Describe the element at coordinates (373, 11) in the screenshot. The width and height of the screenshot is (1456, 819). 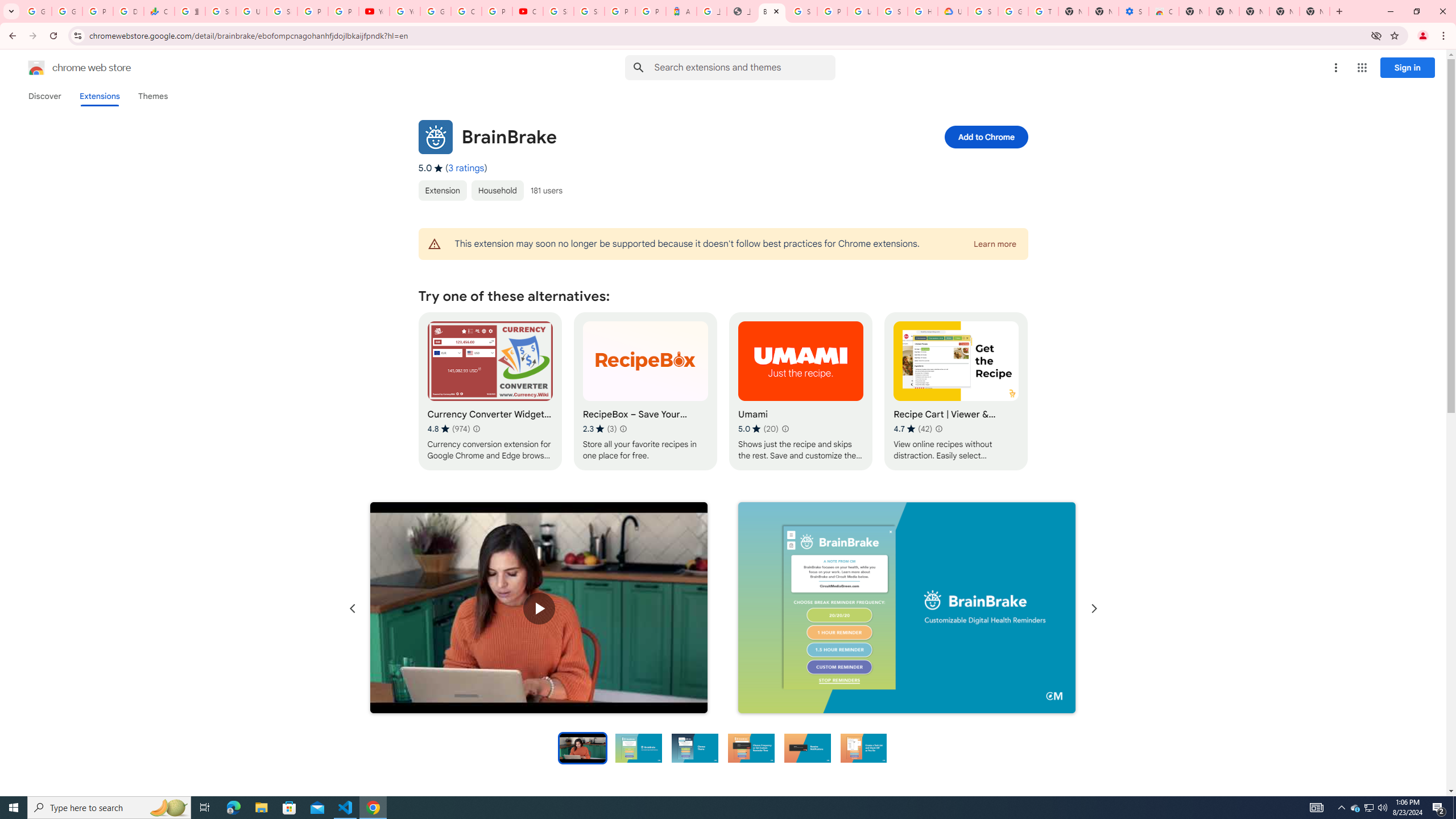
I see `'YouTube'` at that location.